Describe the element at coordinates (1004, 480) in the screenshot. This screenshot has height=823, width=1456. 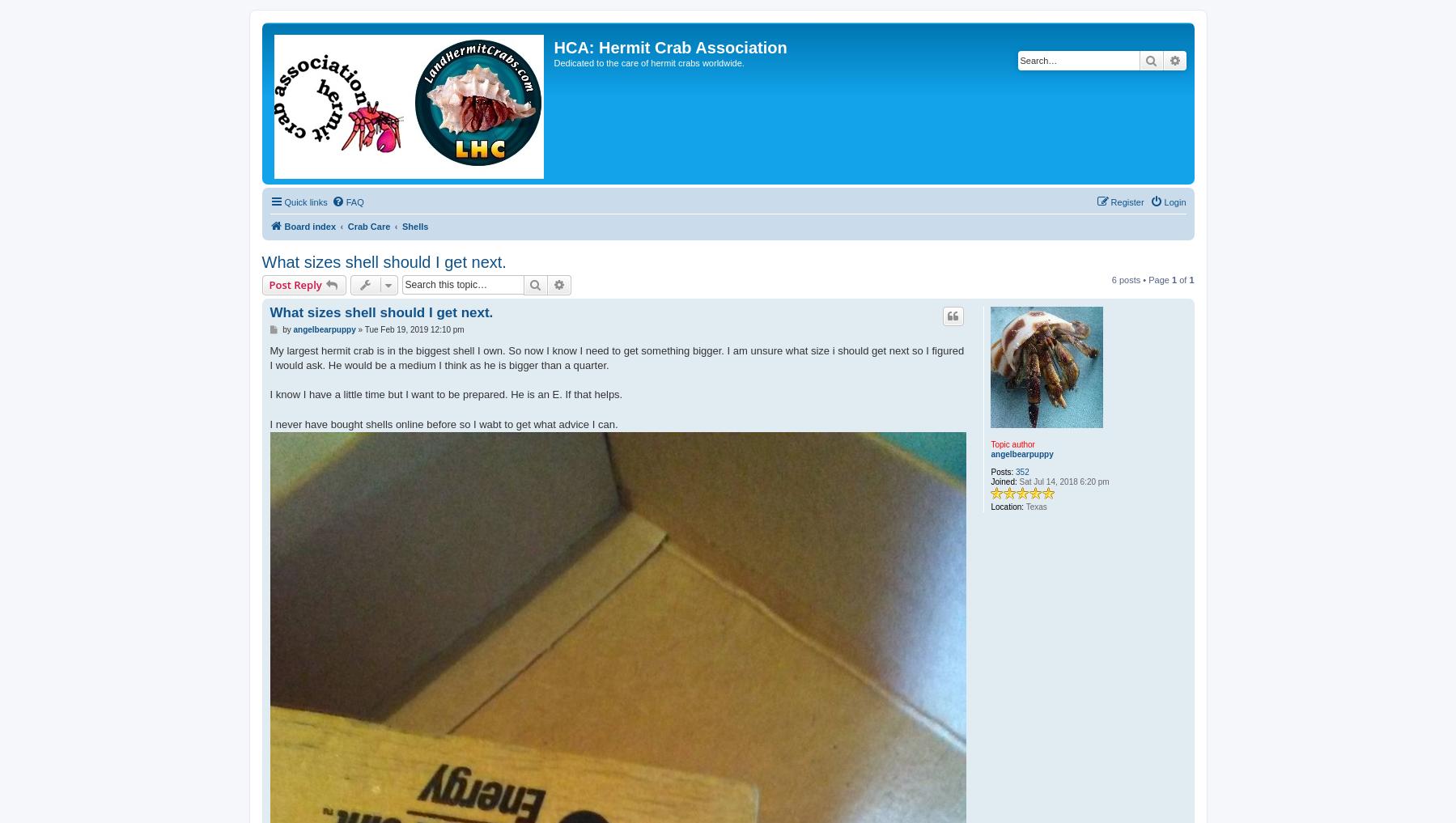
I see `'Joined:'` at that location.